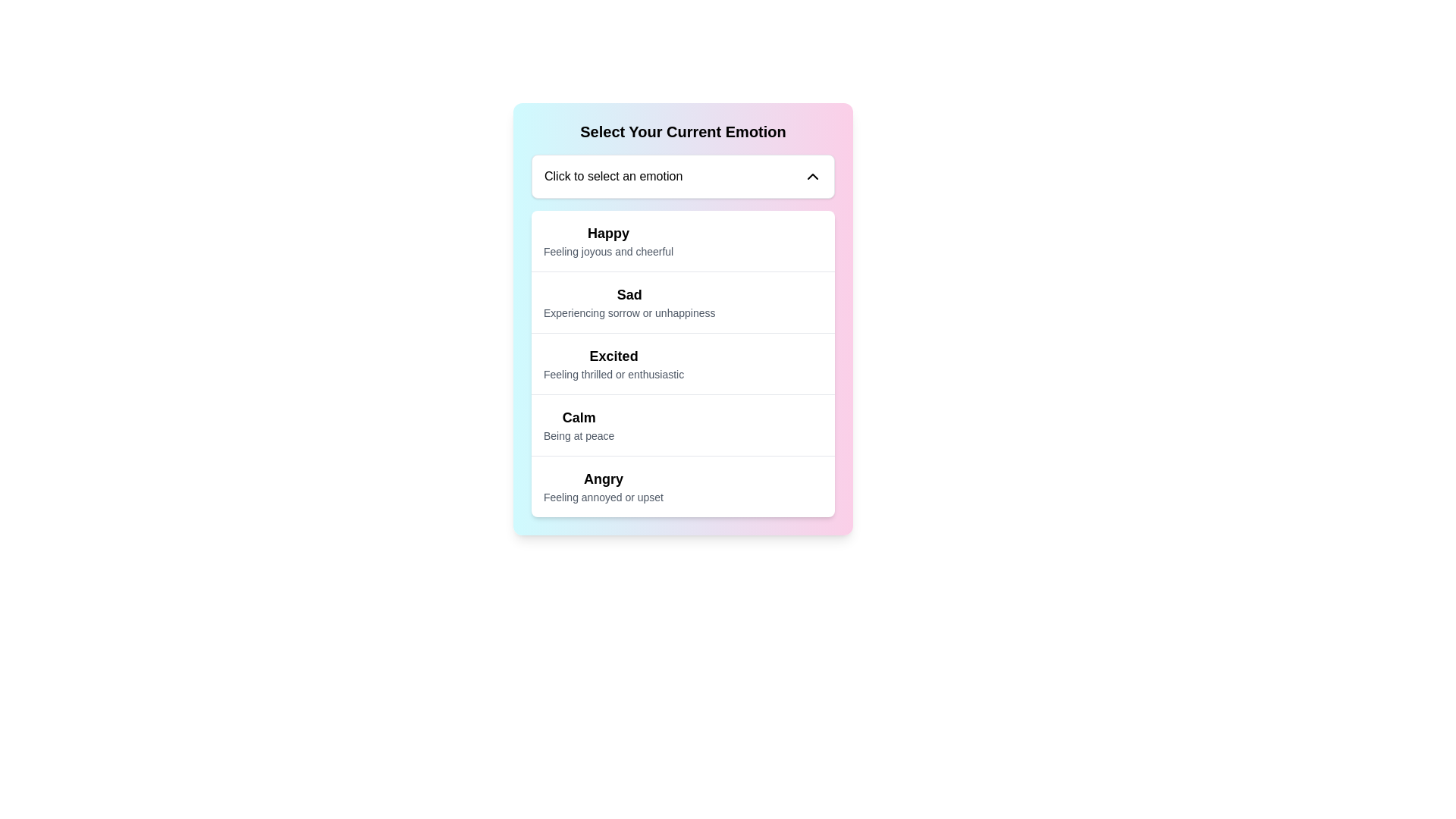 The width and height of the screenshot is (1456, 819). I want to click on the Text label indicating the first emotion entry in the list, which is located at the top of the vertical list inside a modal-like card, so click(608, 234).